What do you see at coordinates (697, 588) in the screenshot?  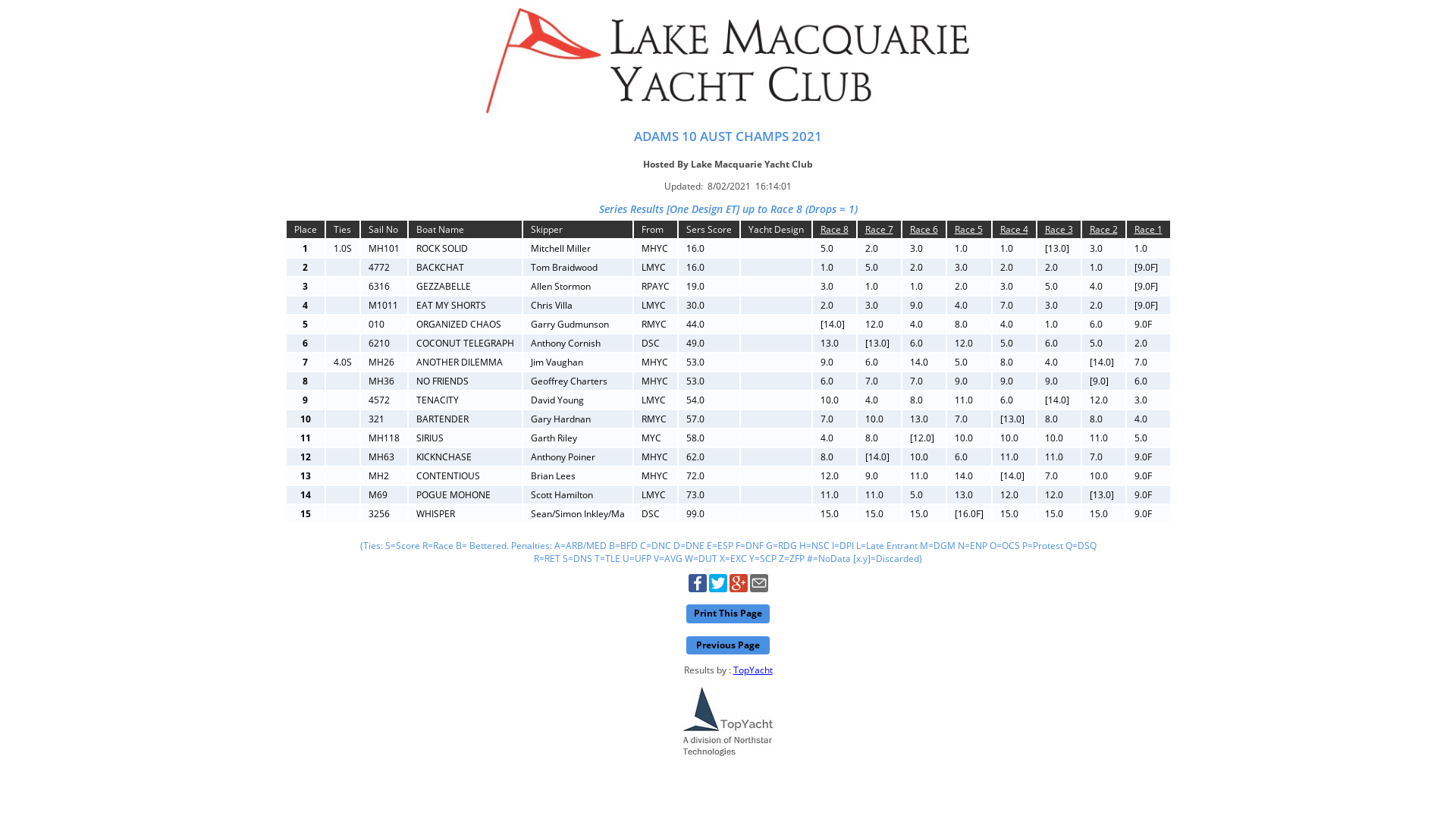 I see `'Share on Facebook'` at bounding box center [697, 588].